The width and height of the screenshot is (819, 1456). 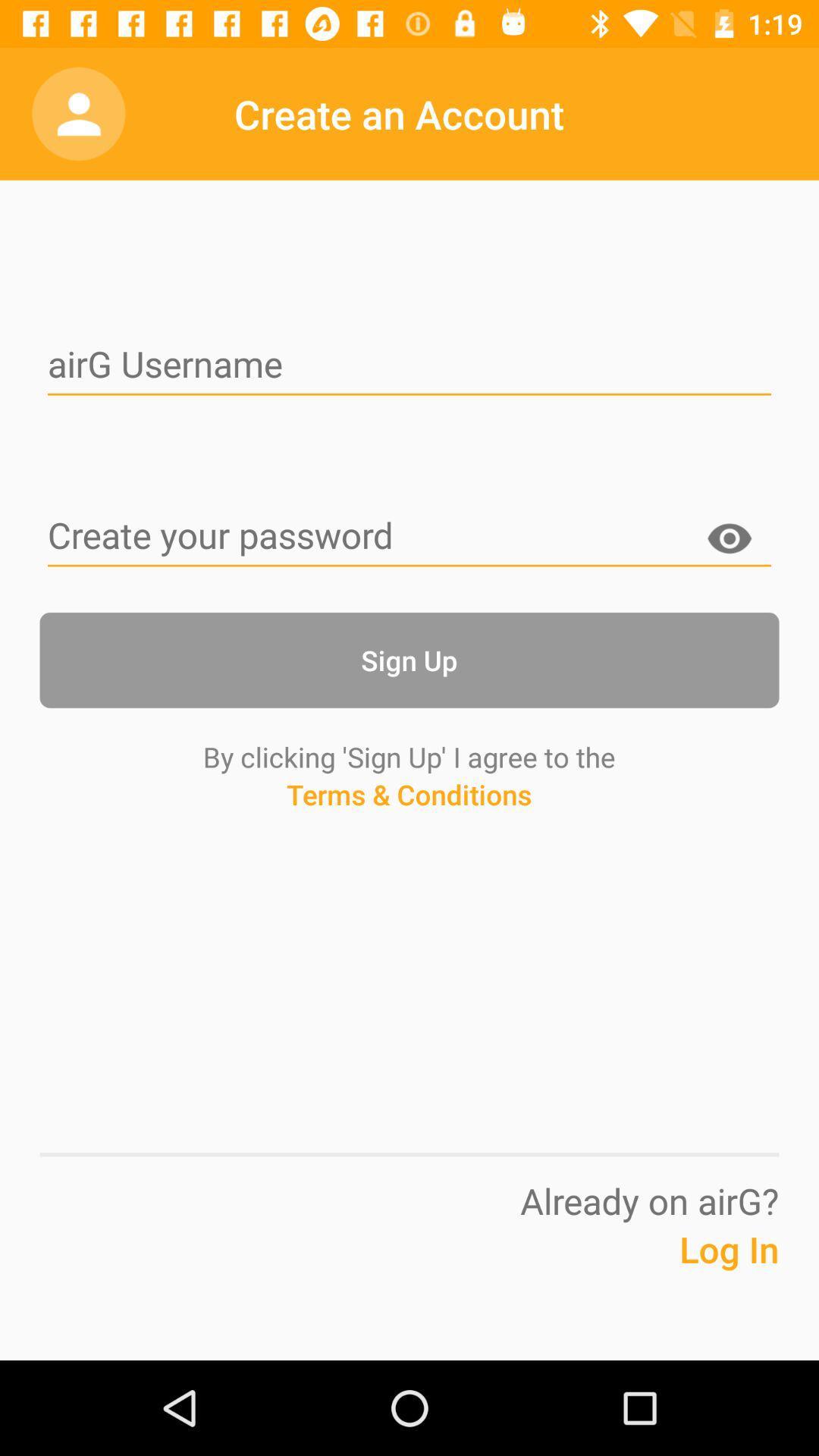 What do you see at coordinates (728, 541) in the screenshot?
I see `the item above the sign up button` at bounding box center [728, 541].